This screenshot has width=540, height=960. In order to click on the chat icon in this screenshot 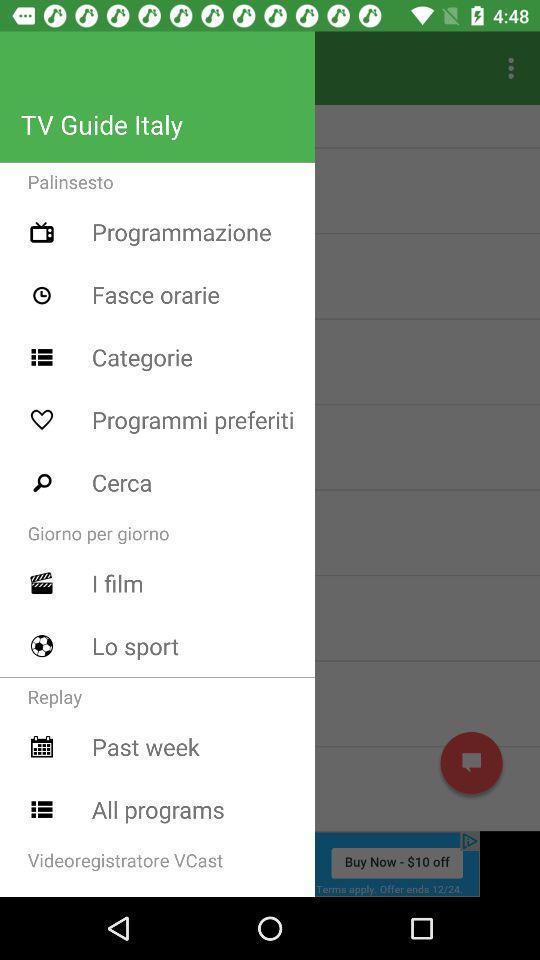, I will do `click(471, 762)`.